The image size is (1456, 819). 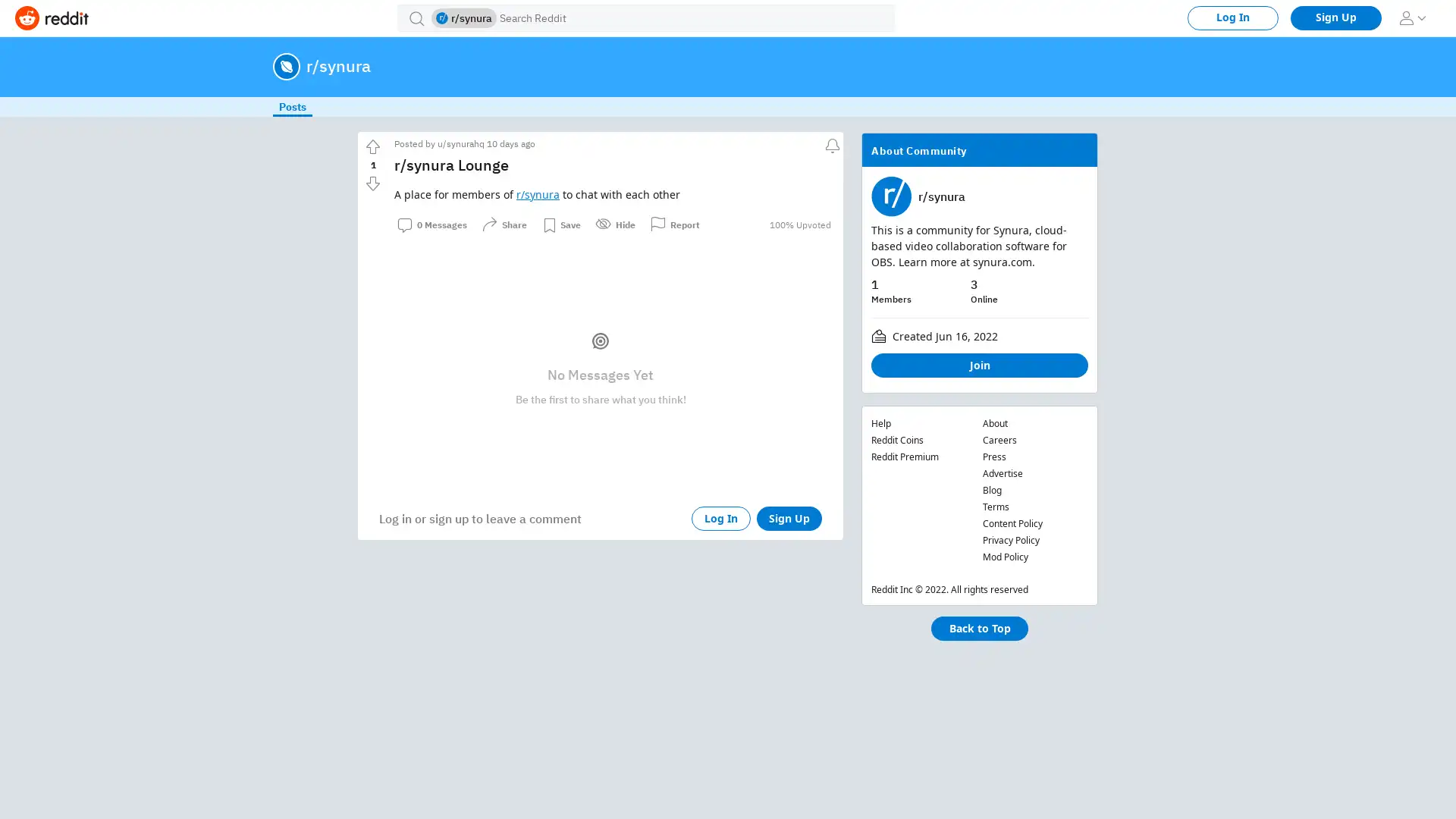 What do you see at coordinates (979, 366) in the screenshot?
I see `Join` at bounding box center [979, 366].